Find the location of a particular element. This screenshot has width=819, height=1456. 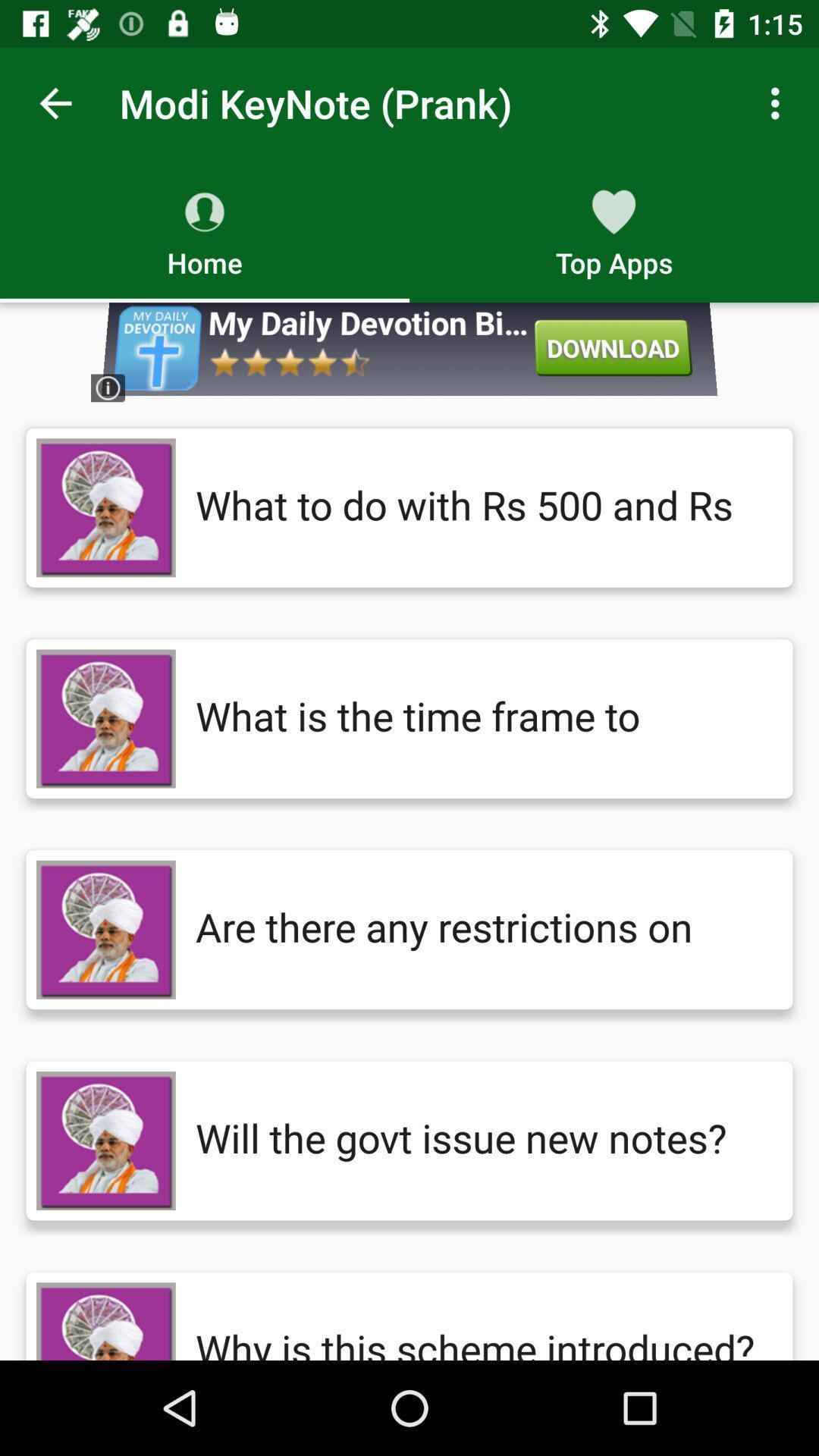

are there any item is located at coordinates (479, 929).